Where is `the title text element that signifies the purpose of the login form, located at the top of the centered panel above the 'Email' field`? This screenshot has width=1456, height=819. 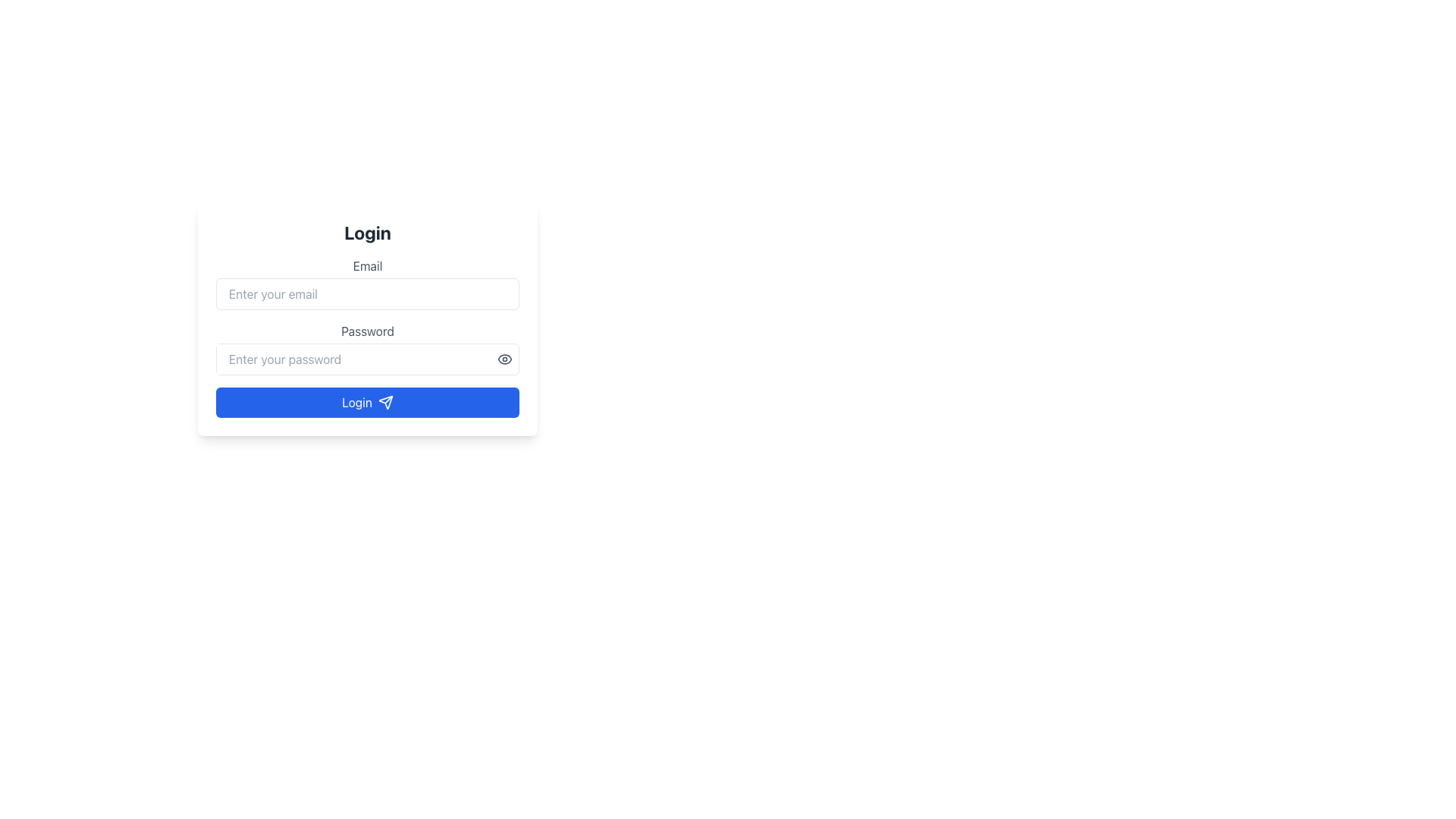 the title text element that signifies the purpose of the login form, located at the top of the centered panel above the 'Email' field is located at coordinates (367, 233).